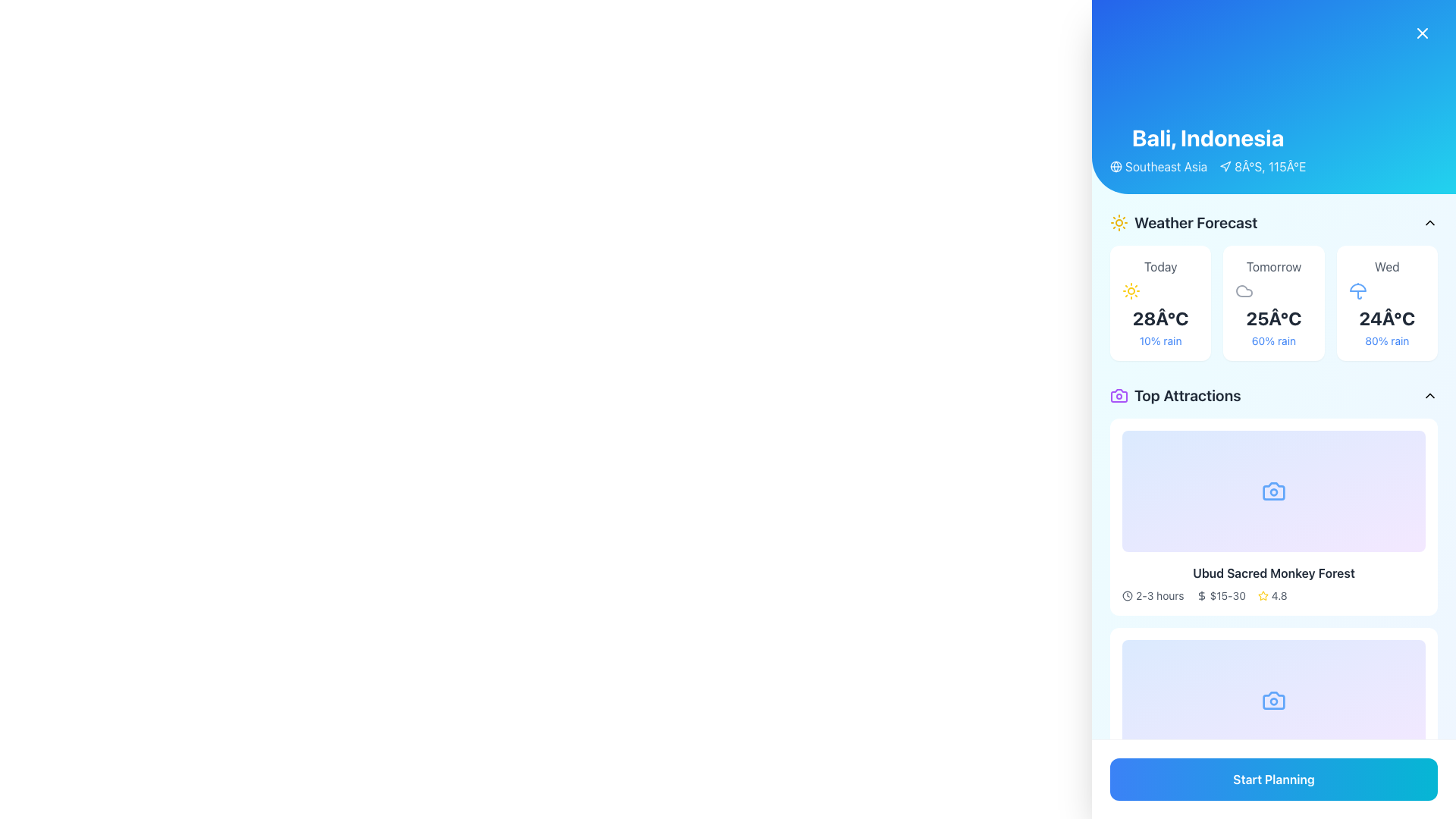  Describe the element at coordinates (1200, 595) in the screenshot. I see `the dollar sign icon ('$') located below the 'Ubud Sacred Monkey Forest' title in the 'Top Attractions' section, which is the first element in a horizontal grouping with the text '$15-30'` at that location.